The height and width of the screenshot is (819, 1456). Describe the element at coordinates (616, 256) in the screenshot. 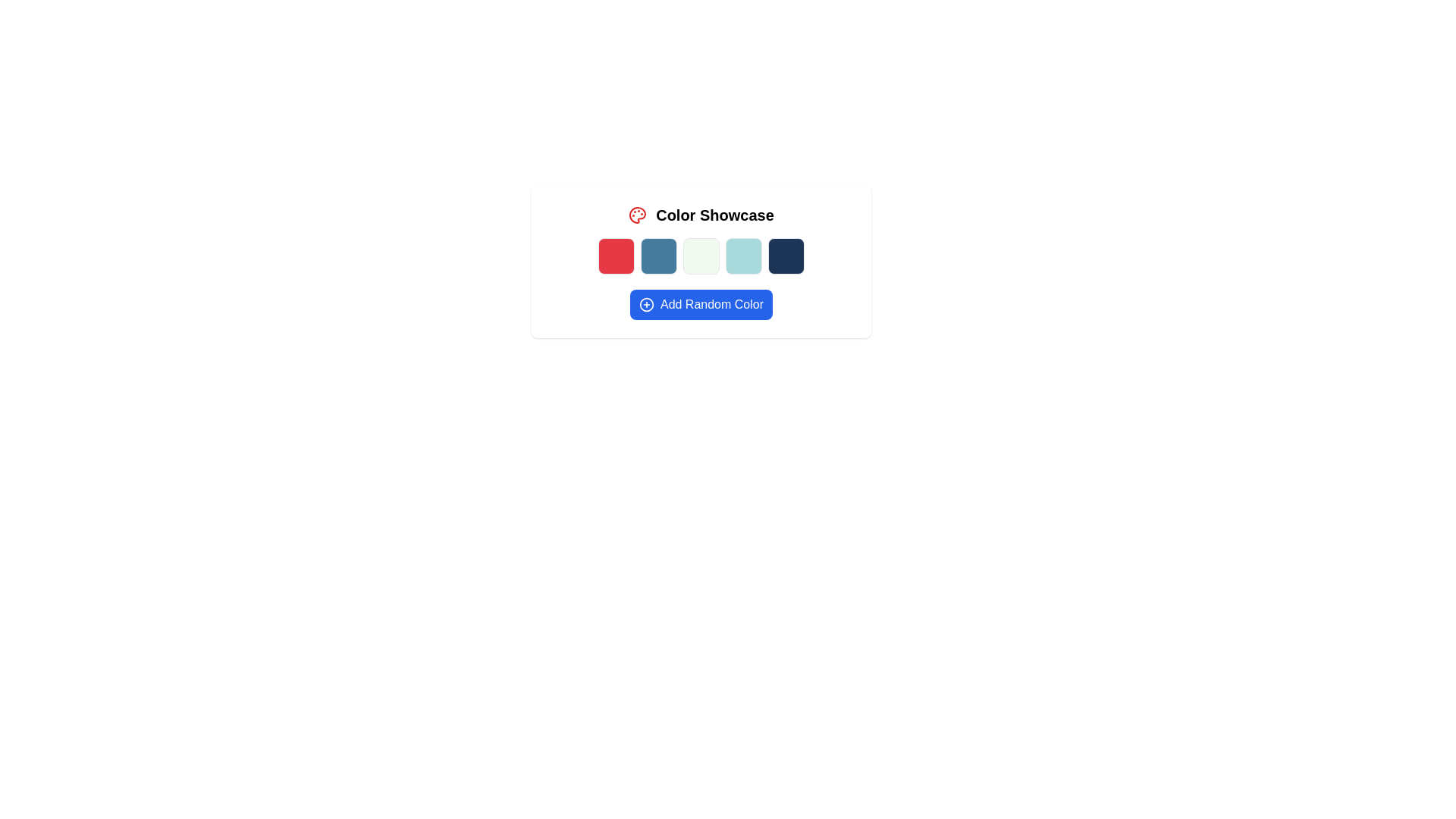

I see `the distinct red colored square box with rounded corners located in the horizontal grid, positioned to the leftmost side just below the 'Color Showcase' title` at that location.